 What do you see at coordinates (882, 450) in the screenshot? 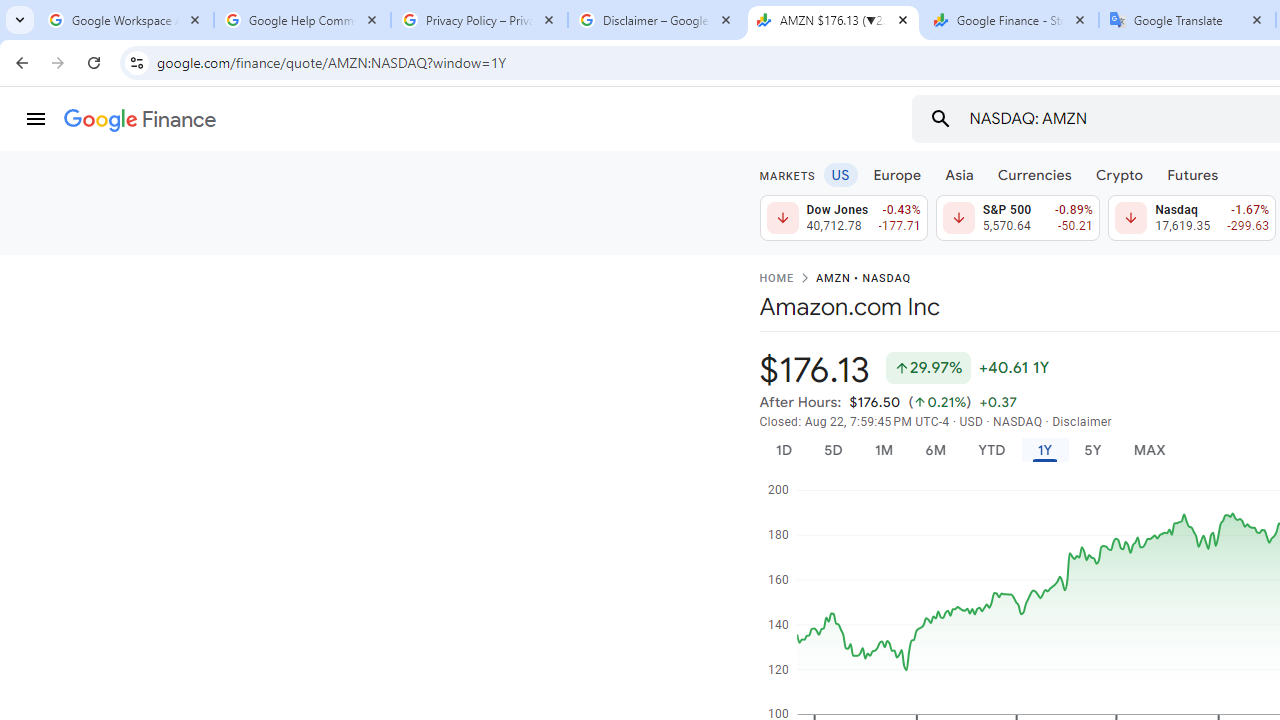
I see `'1M'` at bounding box center [882, 450].